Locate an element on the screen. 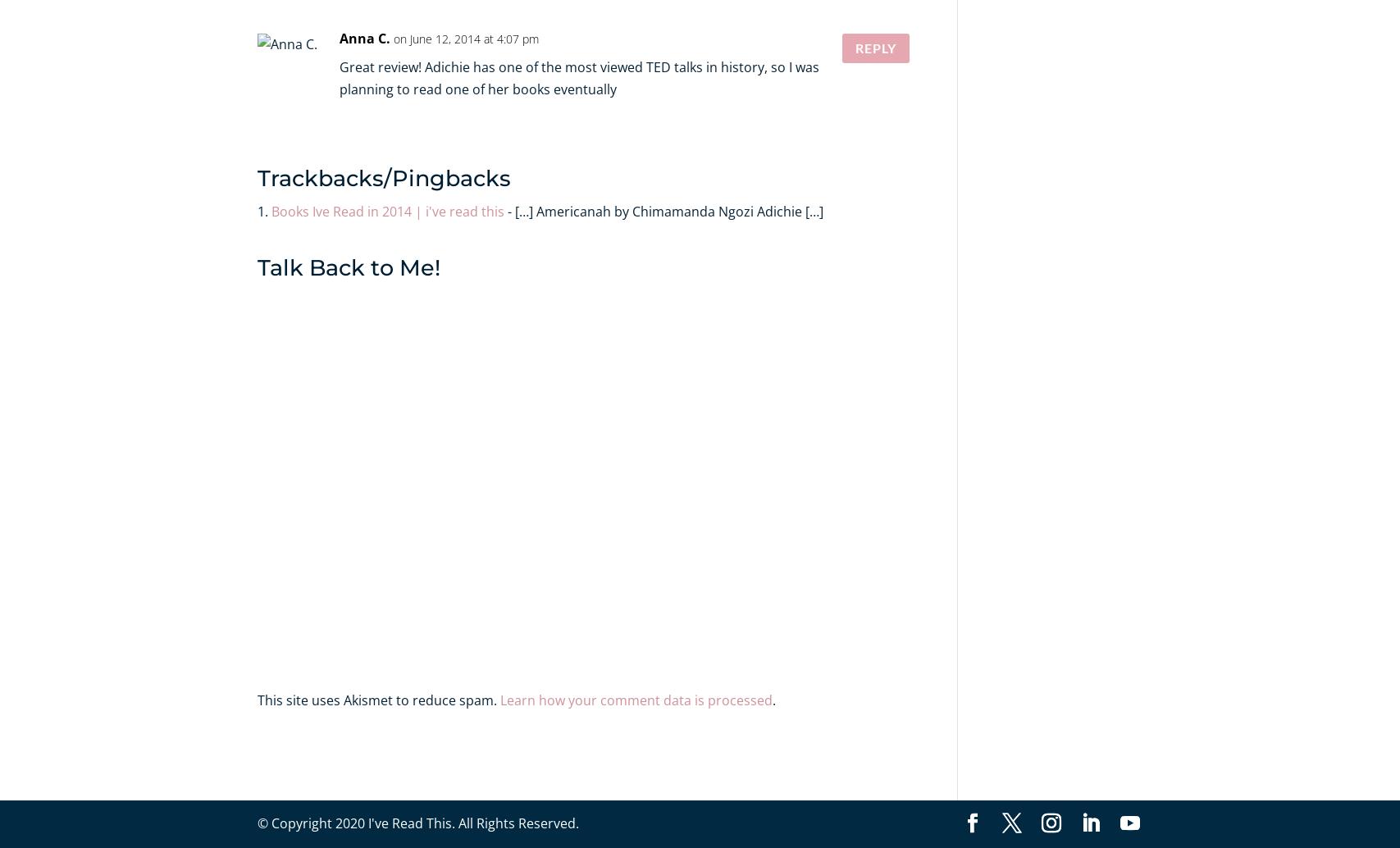  'Anna C.' is located at coordinates (338, 38).